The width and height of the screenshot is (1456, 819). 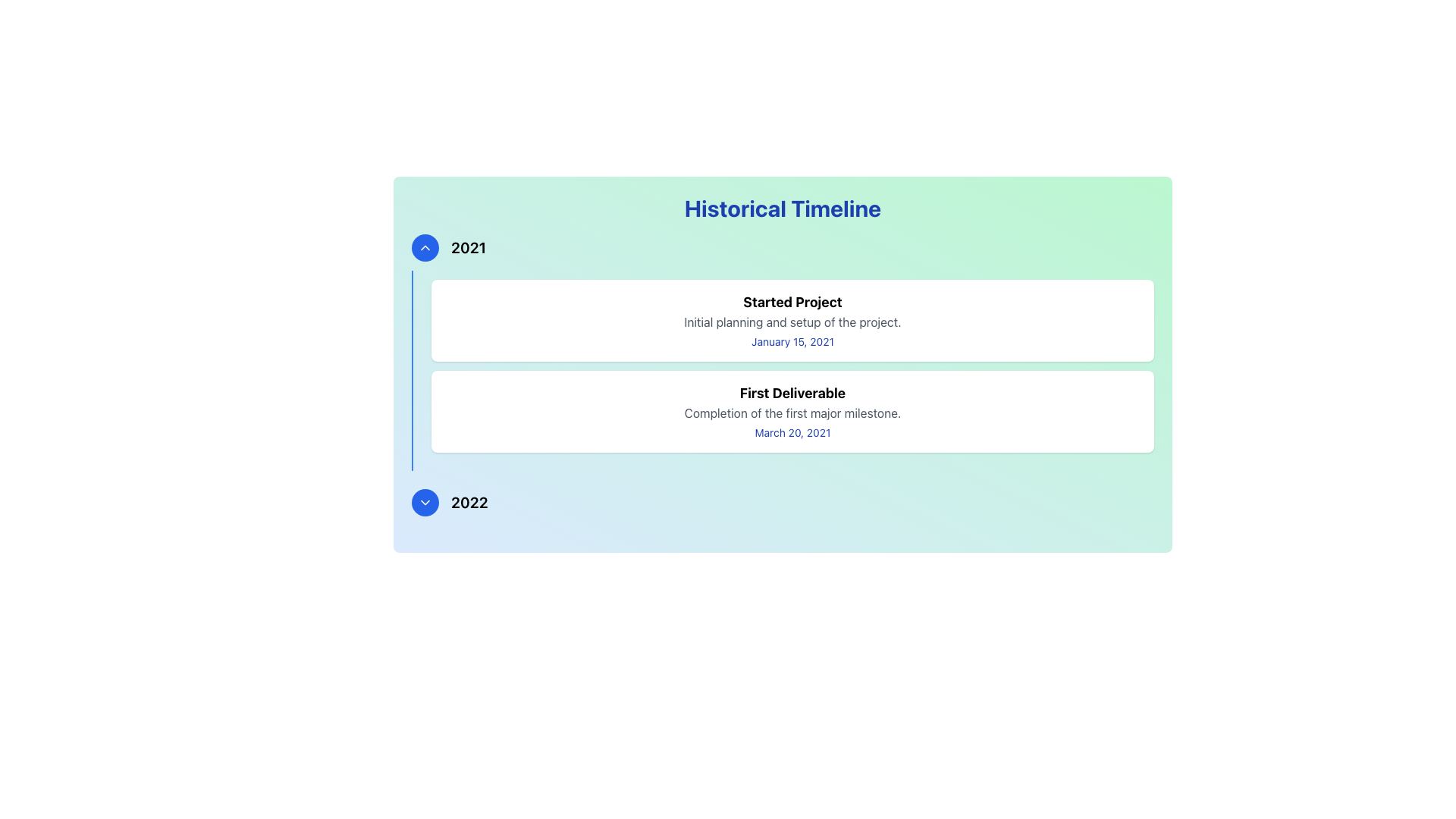 What do you see at coordinates (792, 302) in the screenshot?
I see `the title text of the project milestone located at the upper part of the card in the historical timeline, which is positioned below the '2021' label` at bounding box center [792, 302].